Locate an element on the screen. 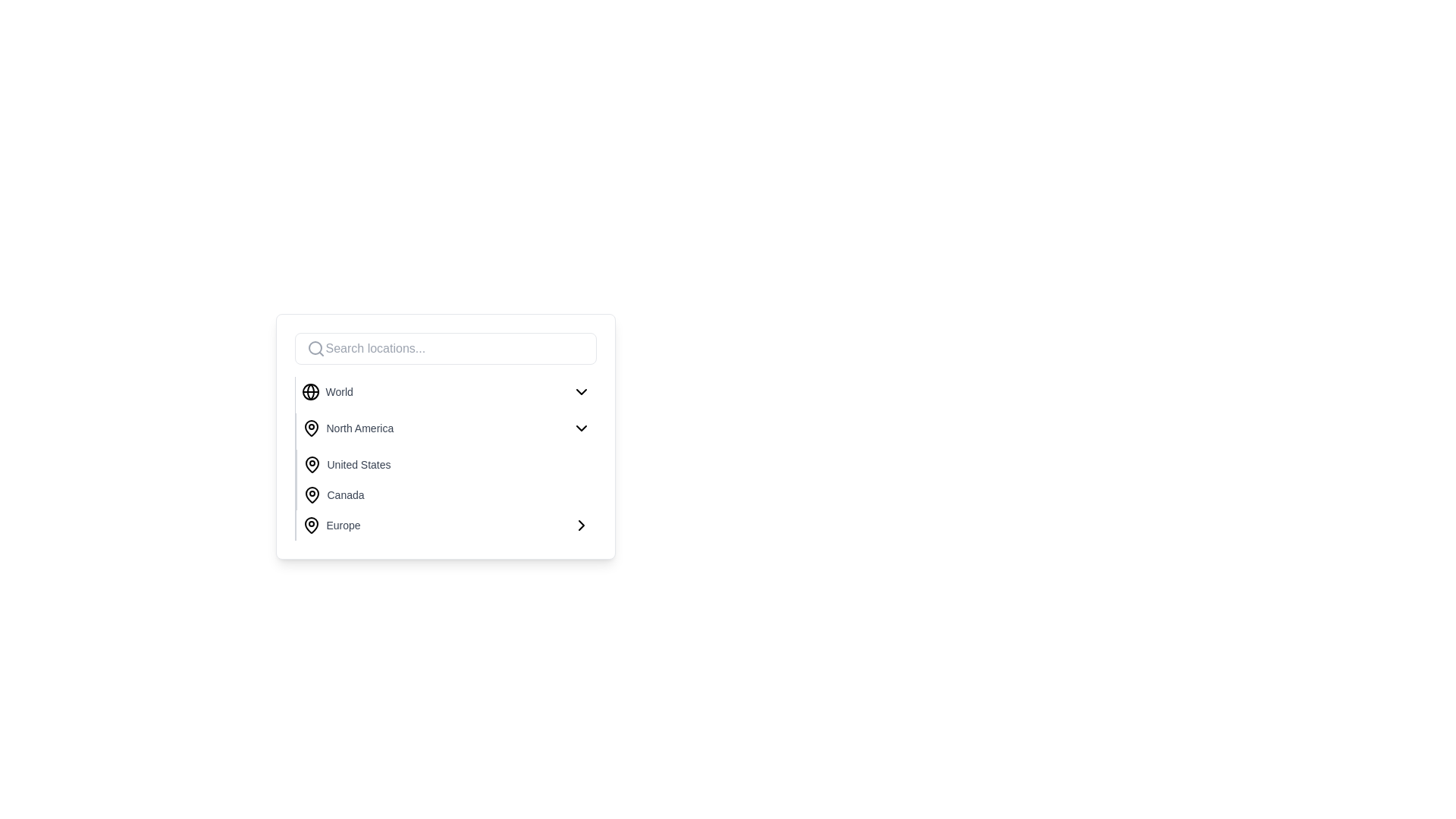 This screenshot has height=819, width=1456. the map pin icon styled with a thin black outline located next to the text label 'Europe' in the fifth row of the dropdown menu list is located at coordinates (310, 525).